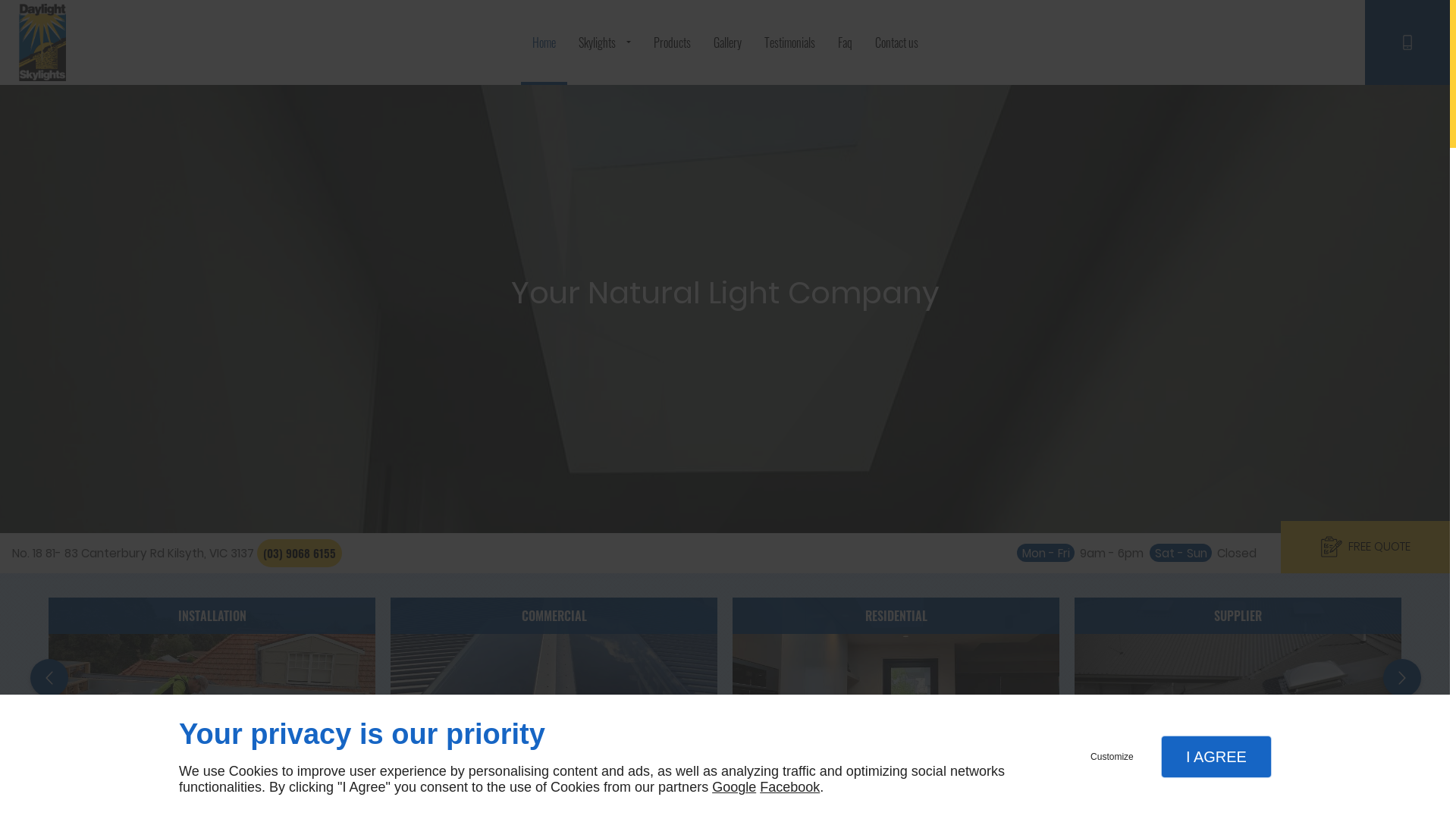 The height and width of the screenshot is (819, 1456). What do you see at coordinates (789, 786) in the screenshot?
I see `'Facebook'` at bounding box center [789, 786].